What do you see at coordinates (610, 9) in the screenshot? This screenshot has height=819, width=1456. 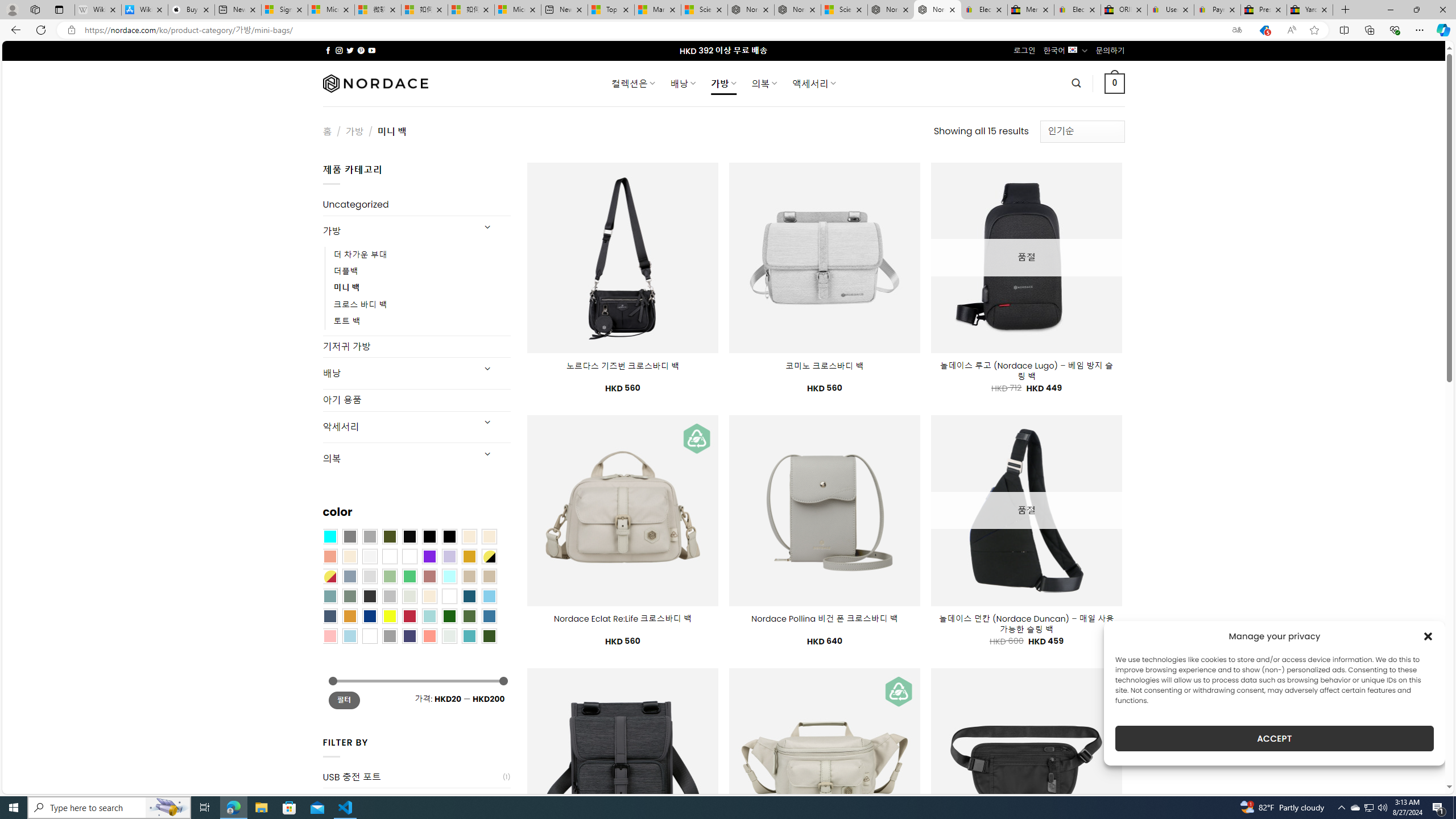 I see `'Top Stories - MSN'` at bounding box center [610, 9].